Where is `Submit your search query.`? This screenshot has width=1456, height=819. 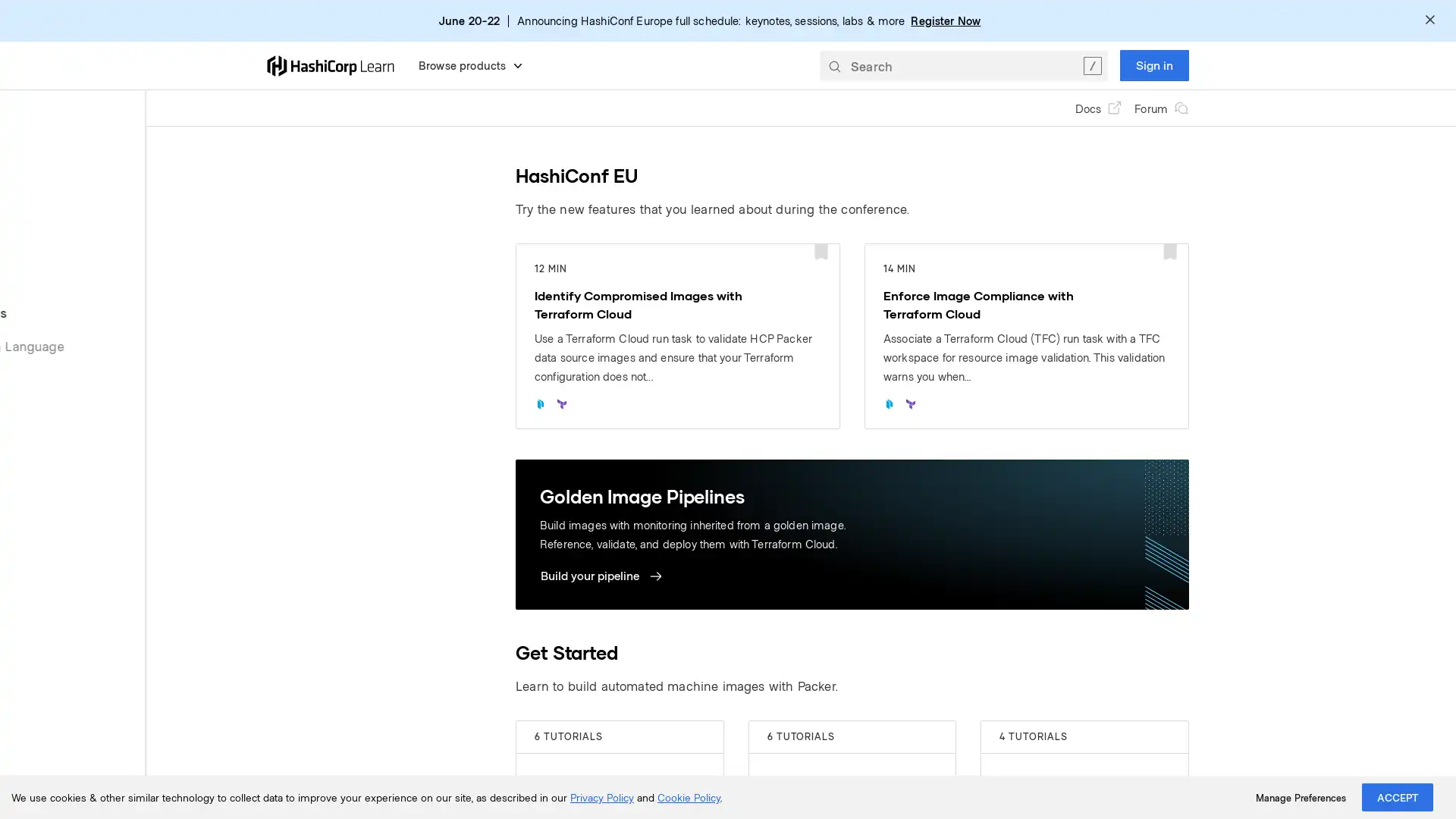
Submit your search query. is located at coordinates (833, 64).